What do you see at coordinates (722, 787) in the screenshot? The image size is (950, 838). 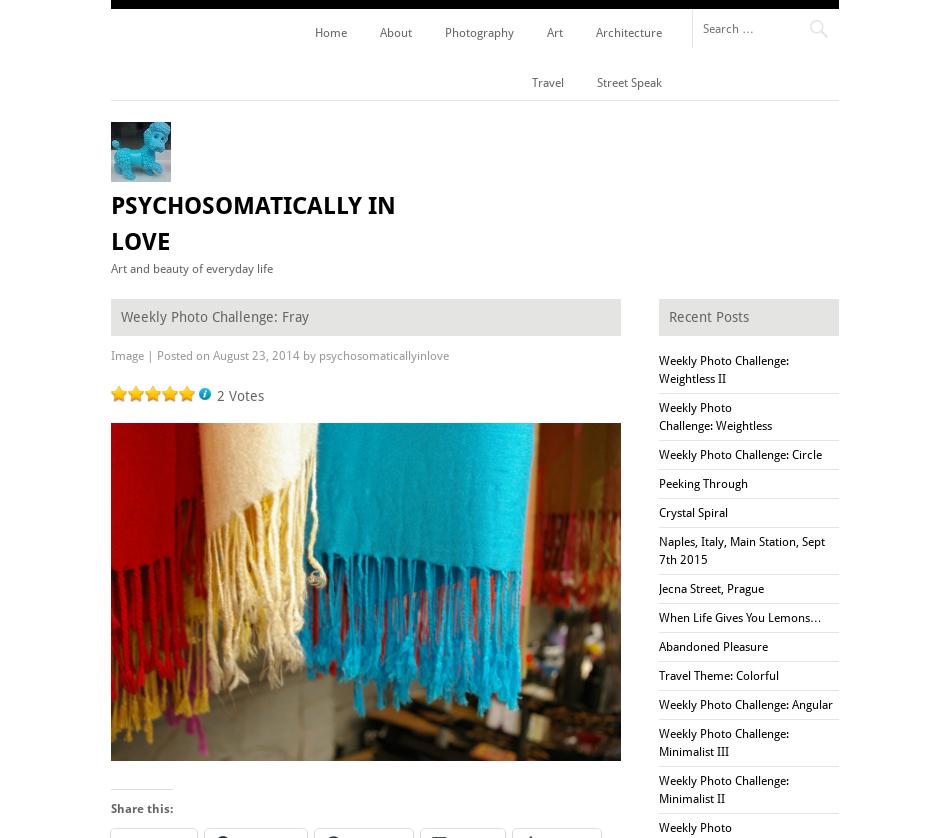 I see `'Weekly Photo Challenge: Minimalist II'` at bounding box center [722, 787].